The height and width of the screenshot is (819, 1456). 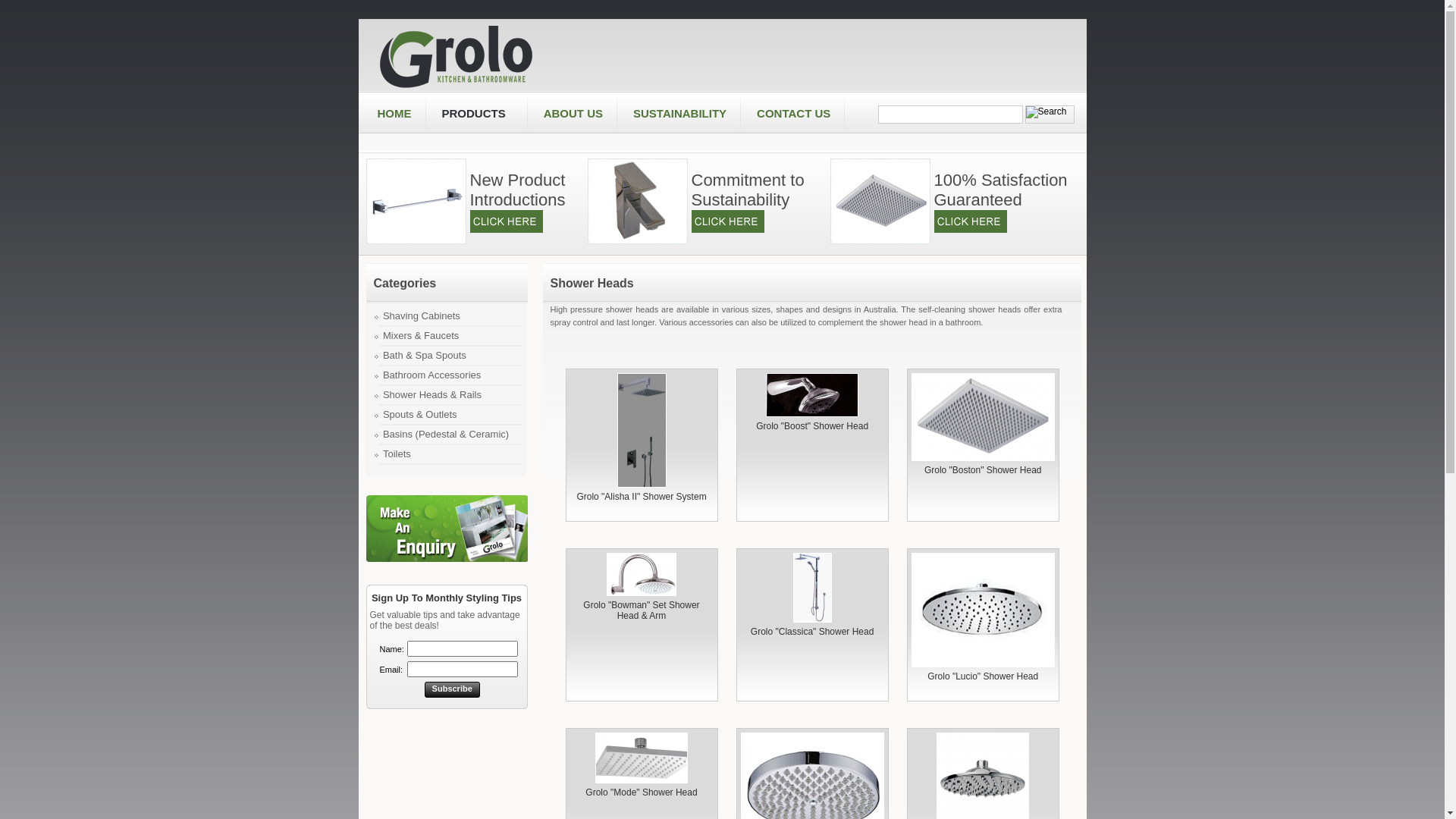 What do you see at coordinates (641, 758) in the screenshot?
I see `'Grolo "Mode" Shower Head'` at bounding box center [641, 758].